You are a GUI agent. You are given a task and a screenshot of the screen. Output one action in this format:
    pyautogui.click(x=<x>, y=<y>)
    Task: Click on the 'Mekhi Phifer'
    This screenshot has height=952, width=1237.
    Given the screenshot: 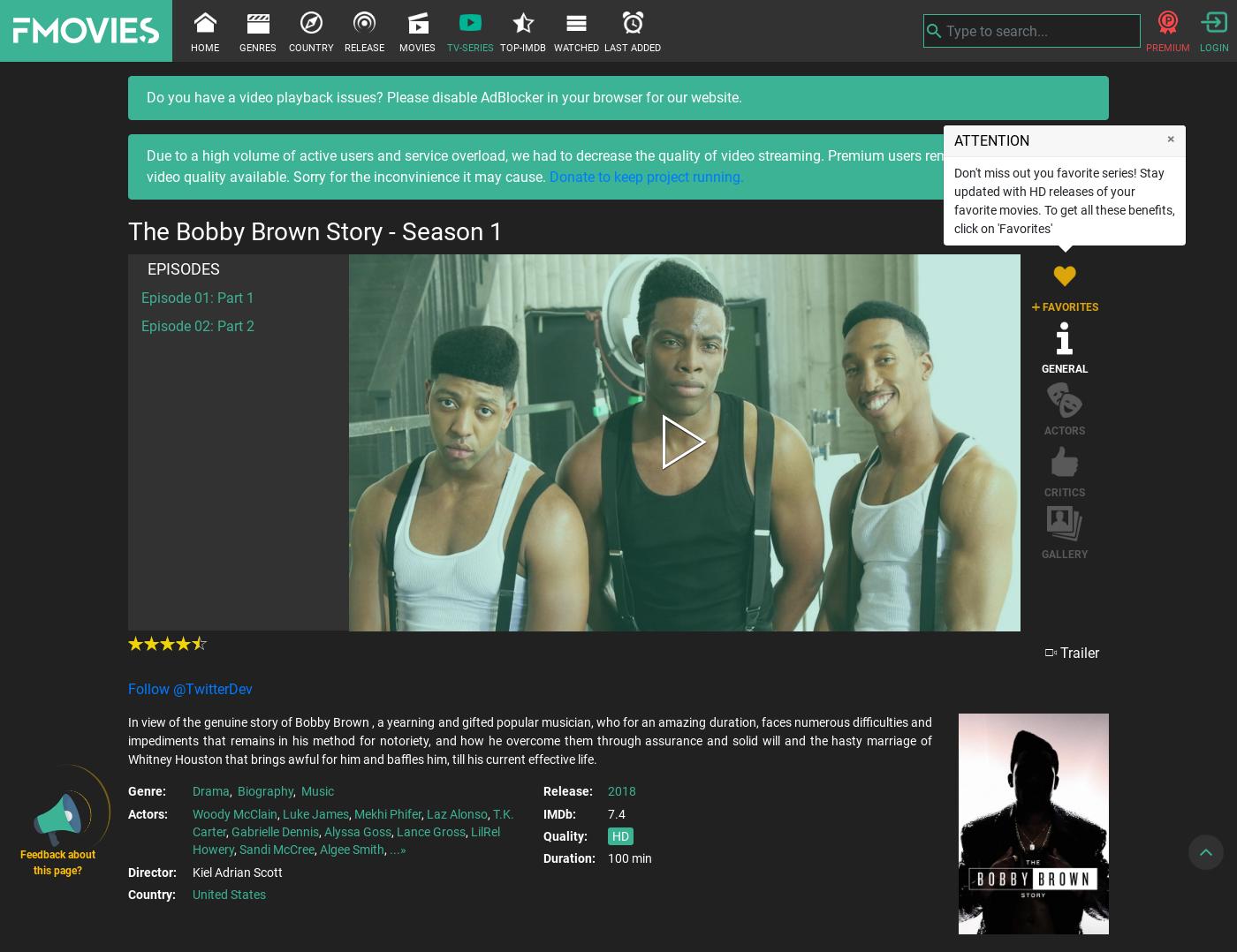 What is the action you would take?
    pyautogui.click(x=388, y=813)
    